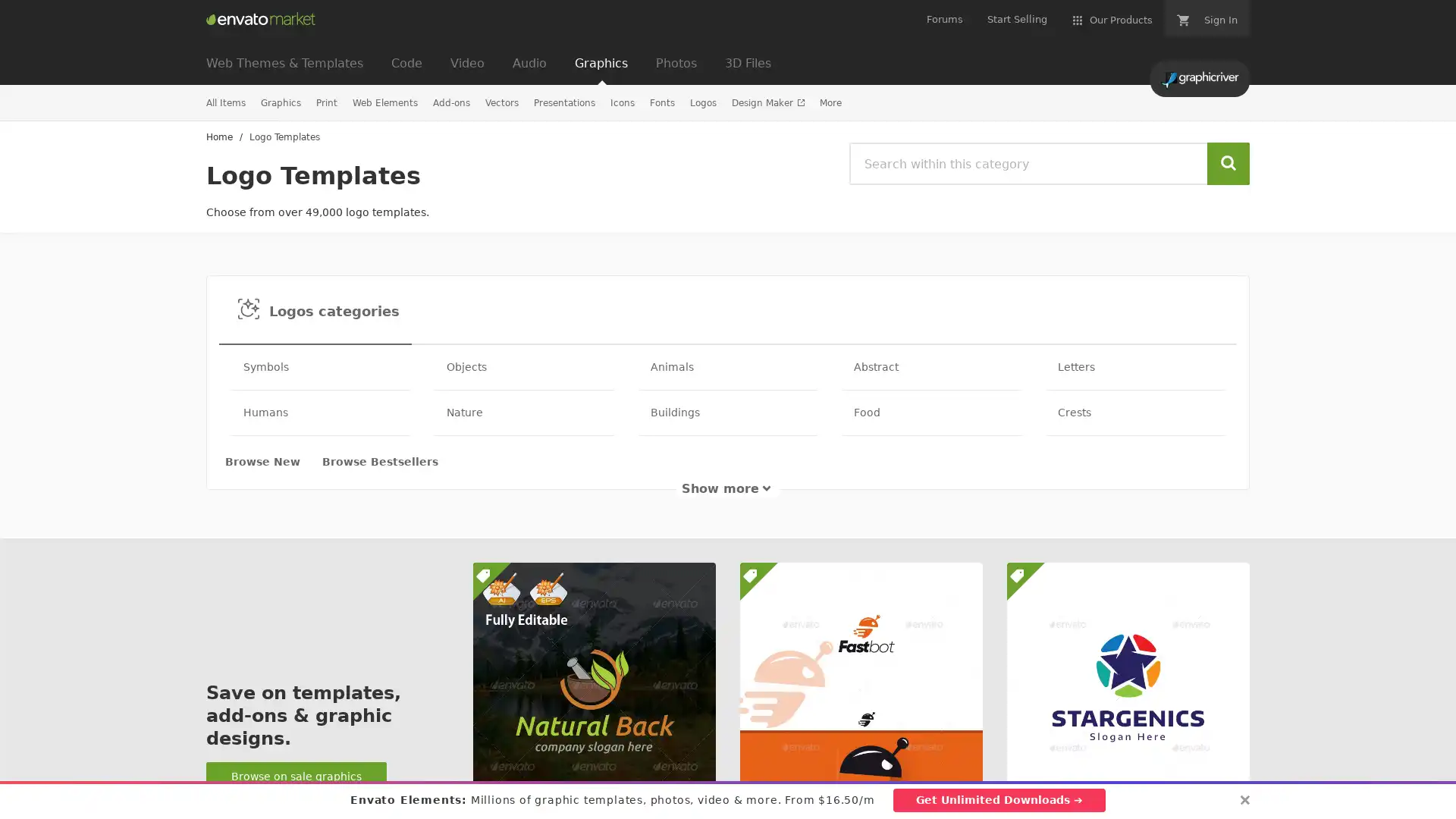  Describe the element at coordinates (1228, 164) in the screenshot. I see `Search` at that location.